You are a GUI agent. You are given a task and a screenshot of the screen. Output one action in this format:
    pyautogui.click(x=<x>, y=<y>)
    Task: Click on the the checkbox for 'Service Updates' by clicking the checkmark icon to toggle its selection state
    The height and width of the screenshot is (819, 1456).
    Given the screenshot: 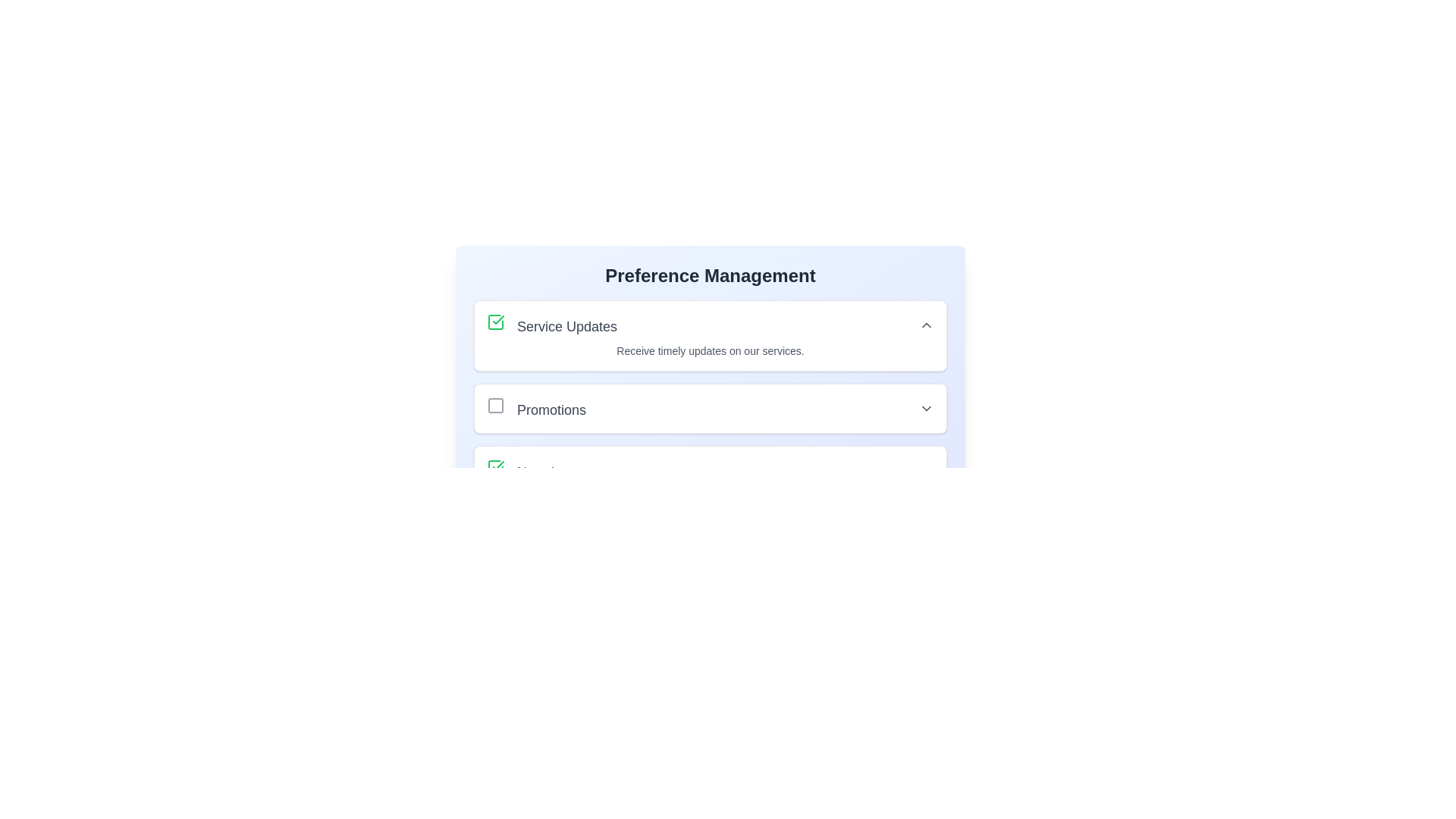 What is the action you would take?
    pyautogui.click(x=498, y=464)
    